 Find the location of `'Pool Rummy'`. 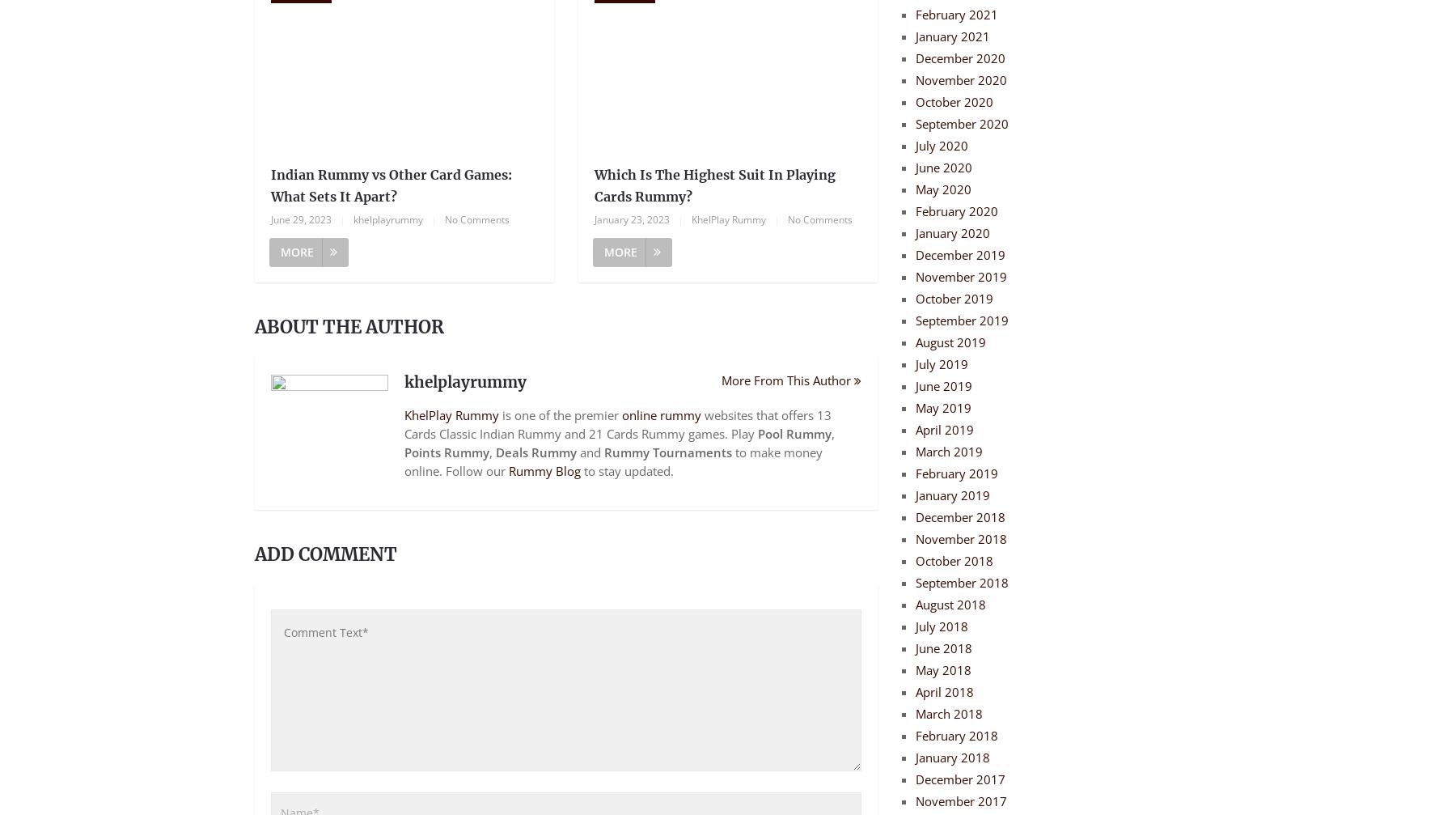

'Pool Rummy' is located at coordinates (757, 433).